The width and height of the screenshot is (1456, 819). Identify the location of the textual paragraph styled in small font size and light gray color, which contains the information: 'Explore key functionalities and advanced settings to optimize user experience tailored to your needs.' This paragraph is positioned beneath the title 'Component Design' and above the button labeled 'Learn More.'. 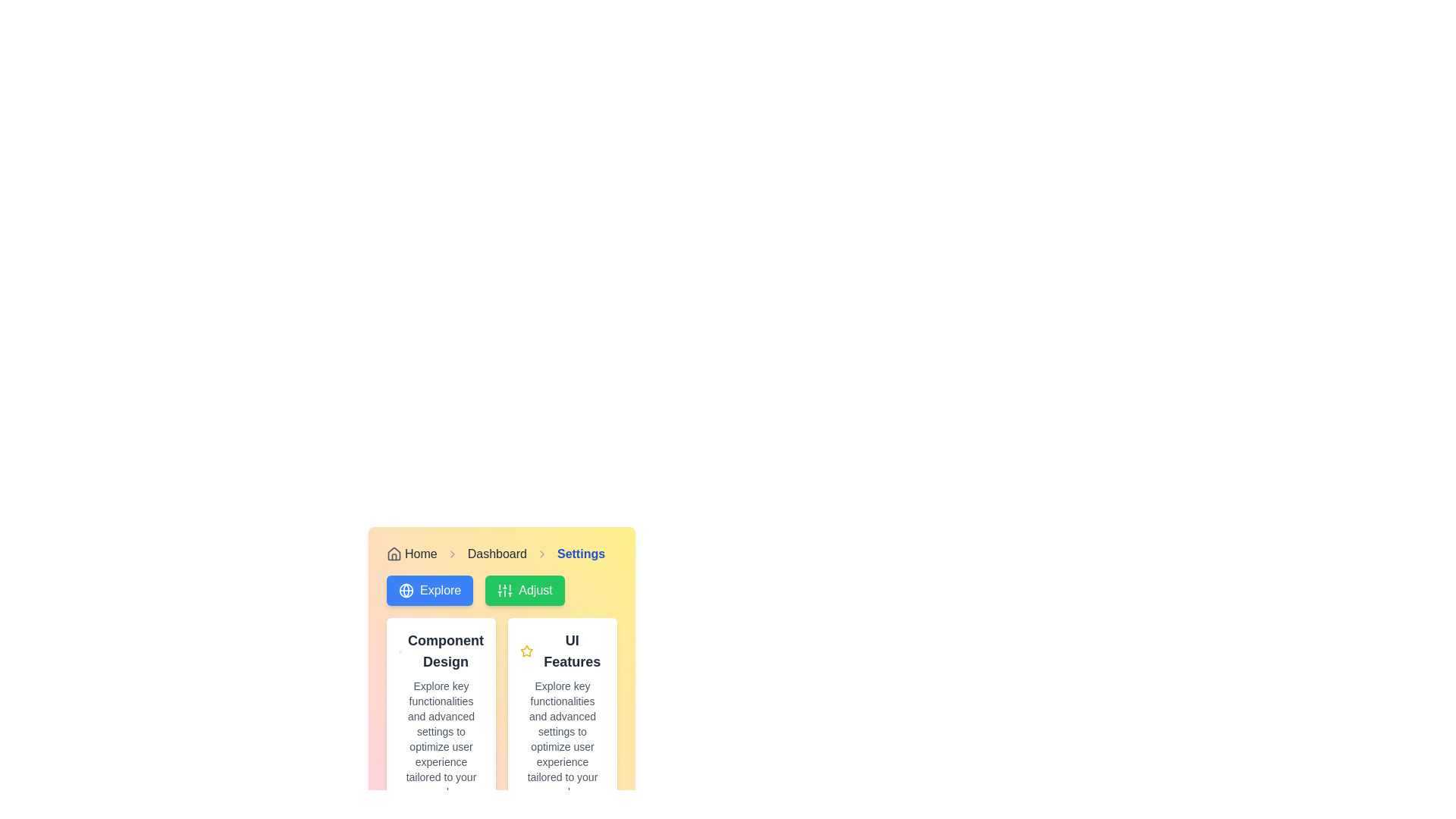
(440, 739).